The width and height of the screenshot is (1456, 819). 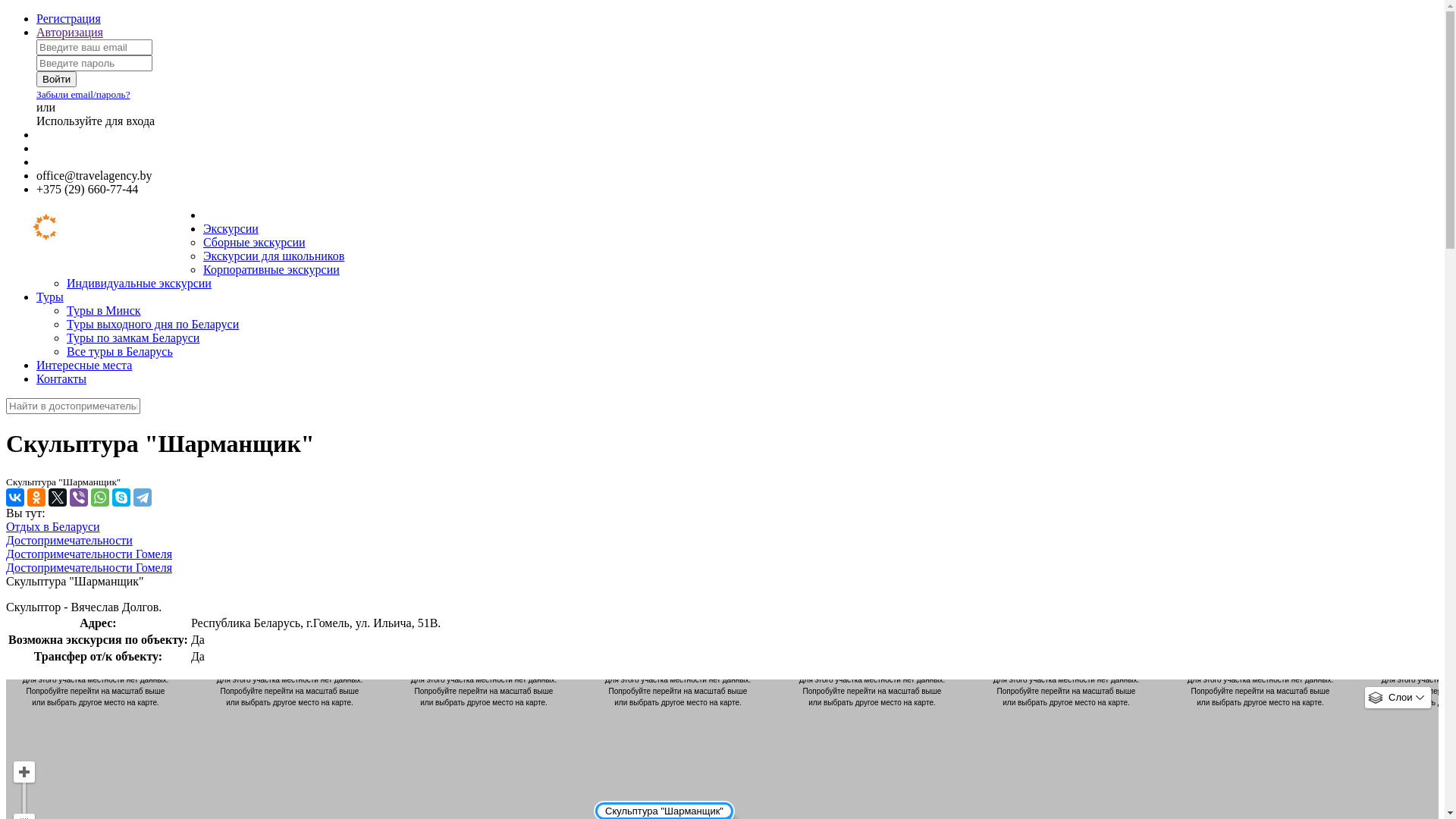 What do you see at coordinates (142, 497) in the screenshot?
I see `'Telegram'` at bounding box center [142, 497].